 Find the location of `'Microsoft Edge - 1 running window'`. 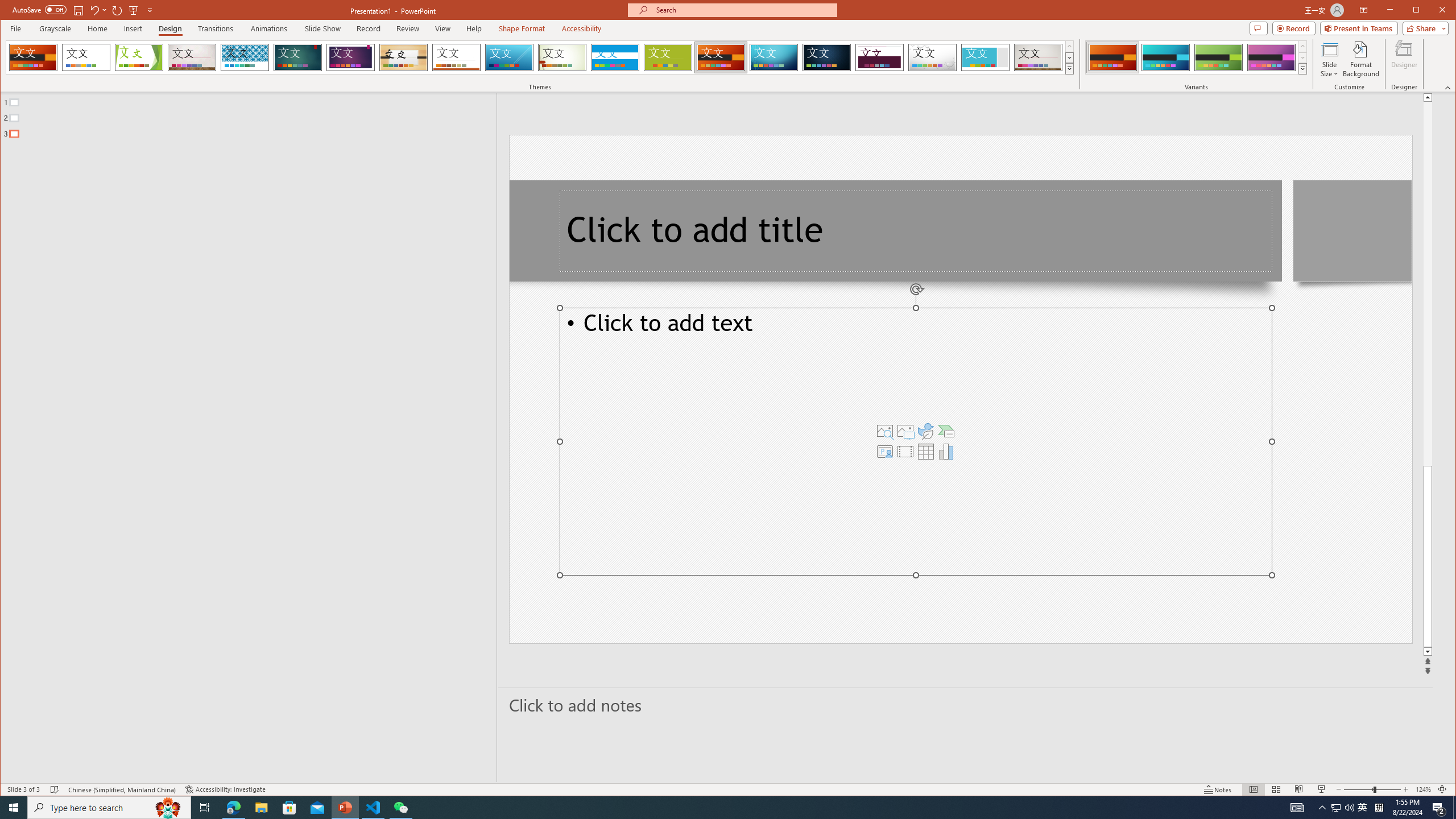

'Microsoft Edge - 1 running window' is located at coordinates (233, 806).